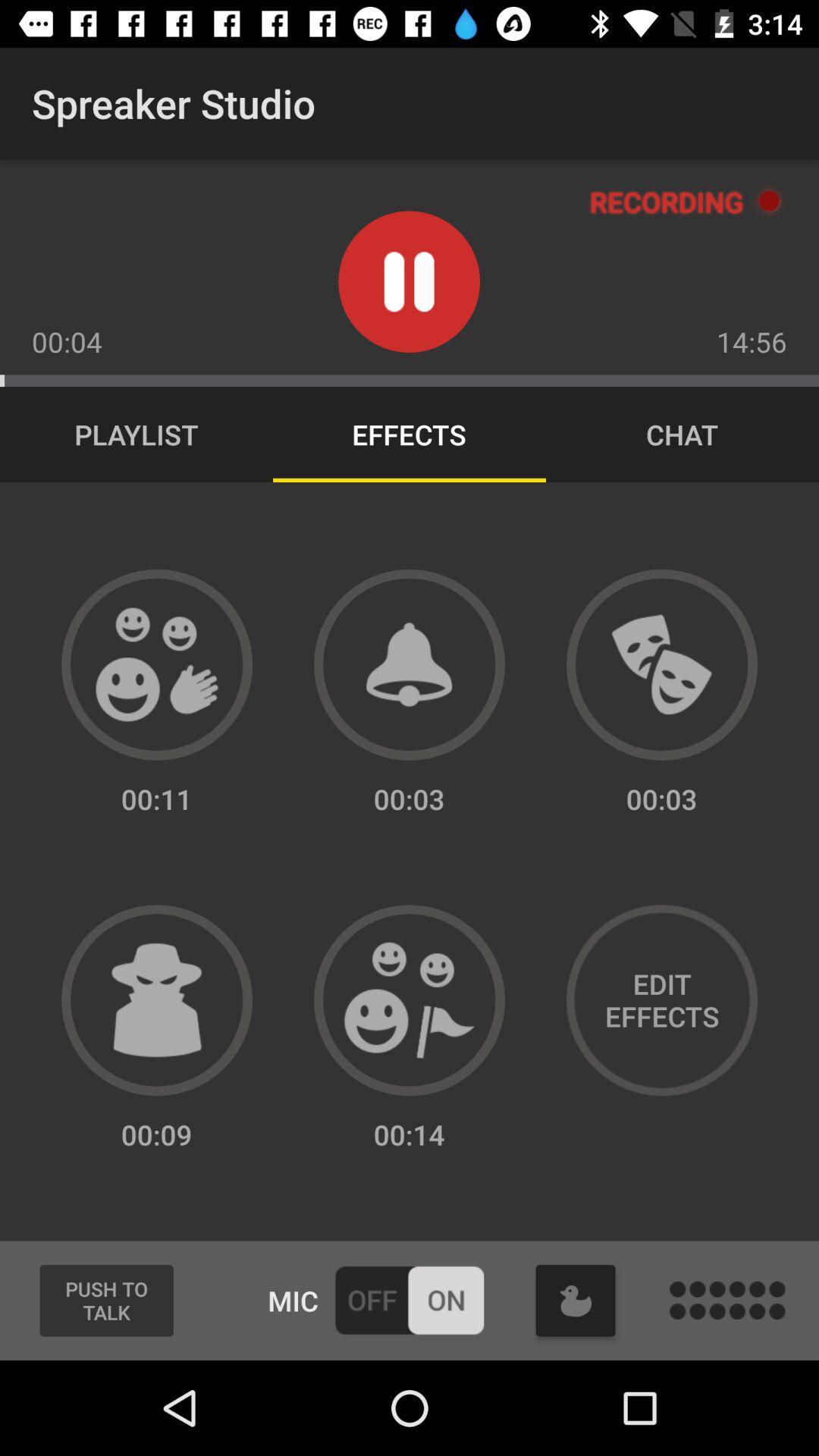 The width and height of the screenshot is (819, 1456). I want to click on okat happy adventure effects, so click(409, 1000).